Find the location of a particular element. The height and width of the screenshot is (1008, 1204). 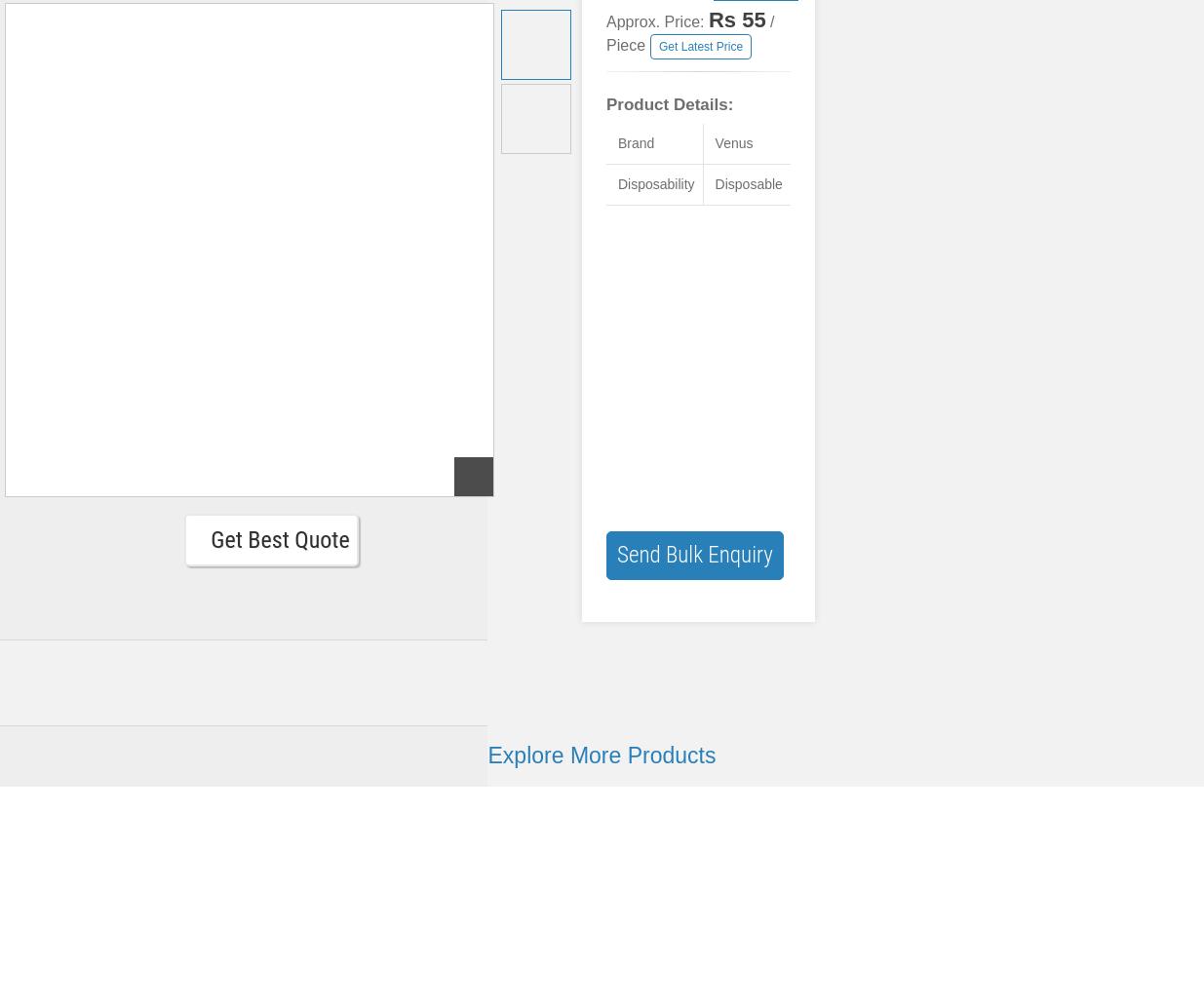

'Disposability' is located at coordinates (655, 184).